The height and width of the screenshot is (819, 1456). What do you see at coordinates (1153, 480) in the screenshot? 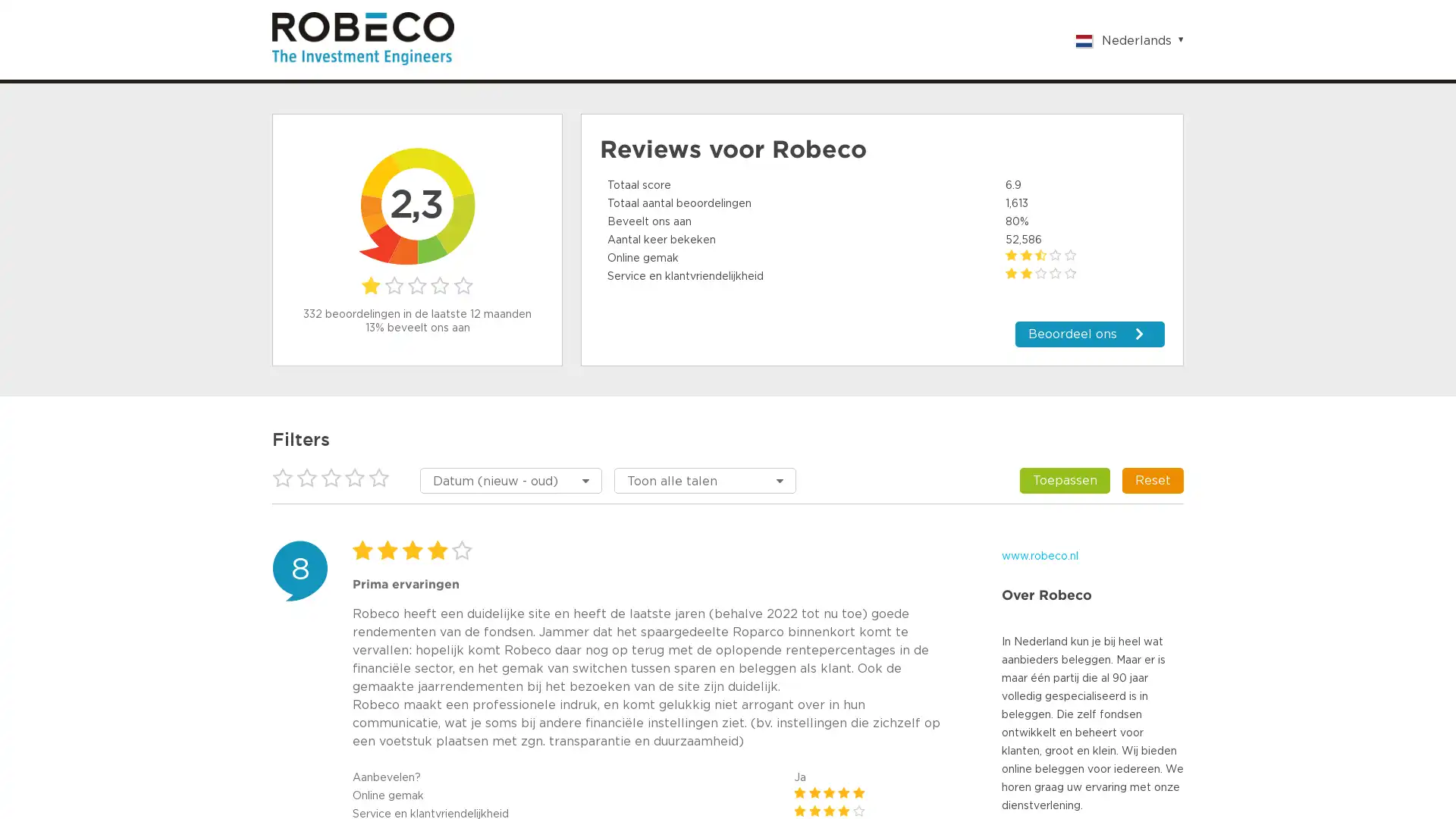
I see `Reset` at bounding box center [1153, 480].